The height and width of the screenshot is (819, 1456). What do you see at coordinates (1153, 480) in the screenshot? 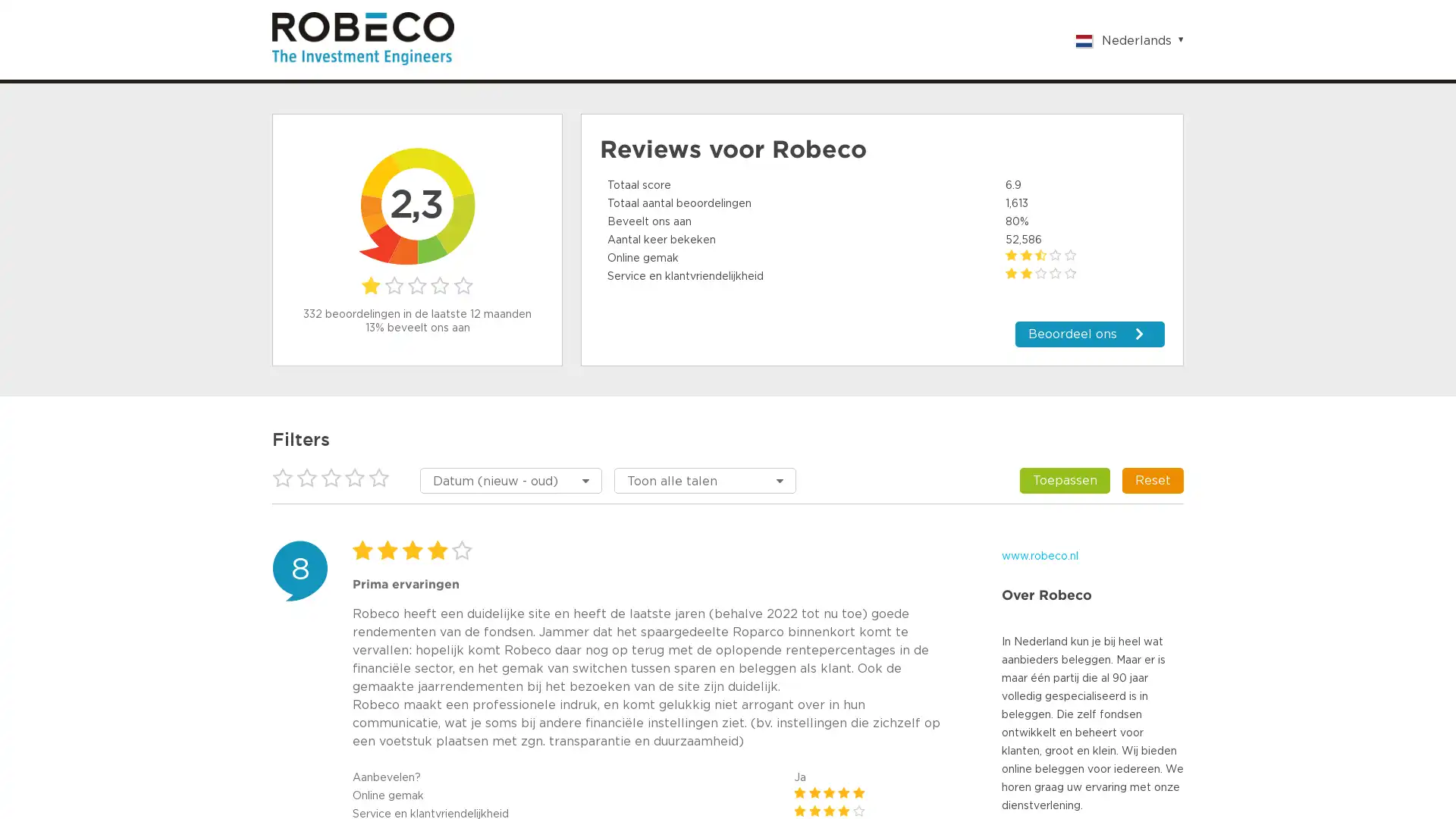
I see `Reset` at bounding box center [1153, 480].